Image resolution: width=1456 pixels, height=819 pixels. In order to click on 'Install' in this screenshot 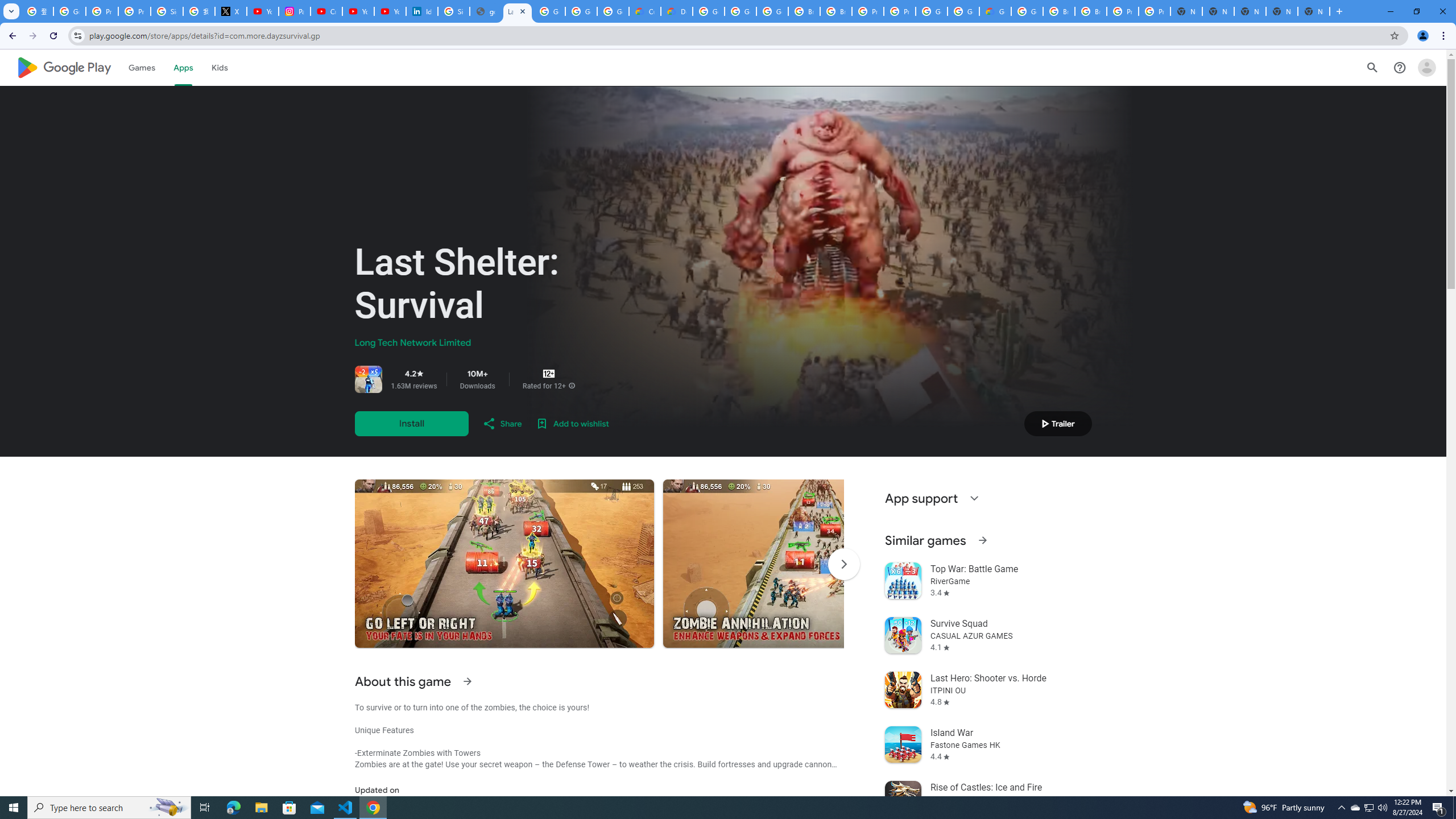, I will do `click(411, 423)`.